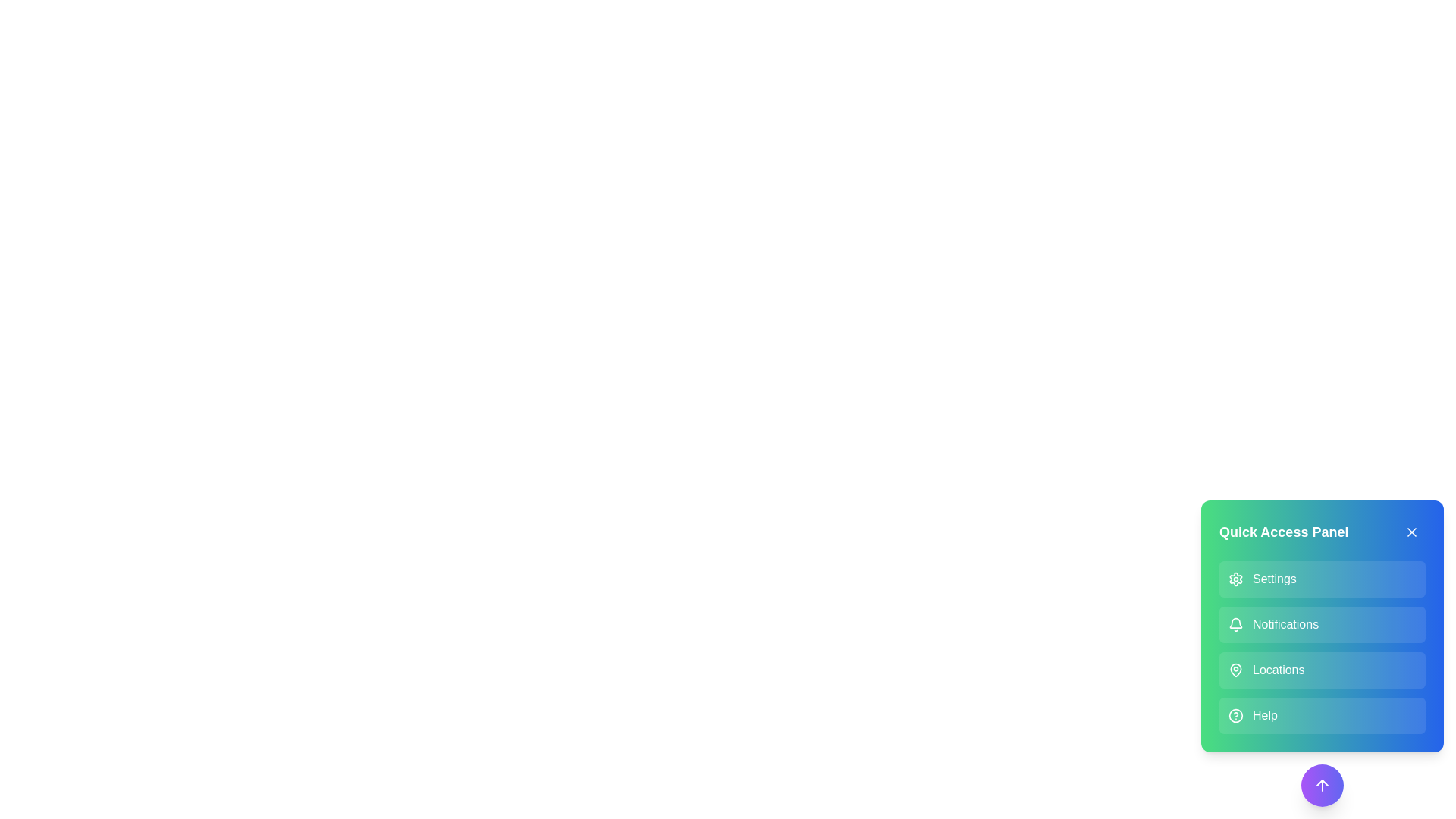 This screenshot has width=1456, height=819. I want to click on the close button located at the top-right corner of the 'Quick Access Panel', so click(1411, 532).